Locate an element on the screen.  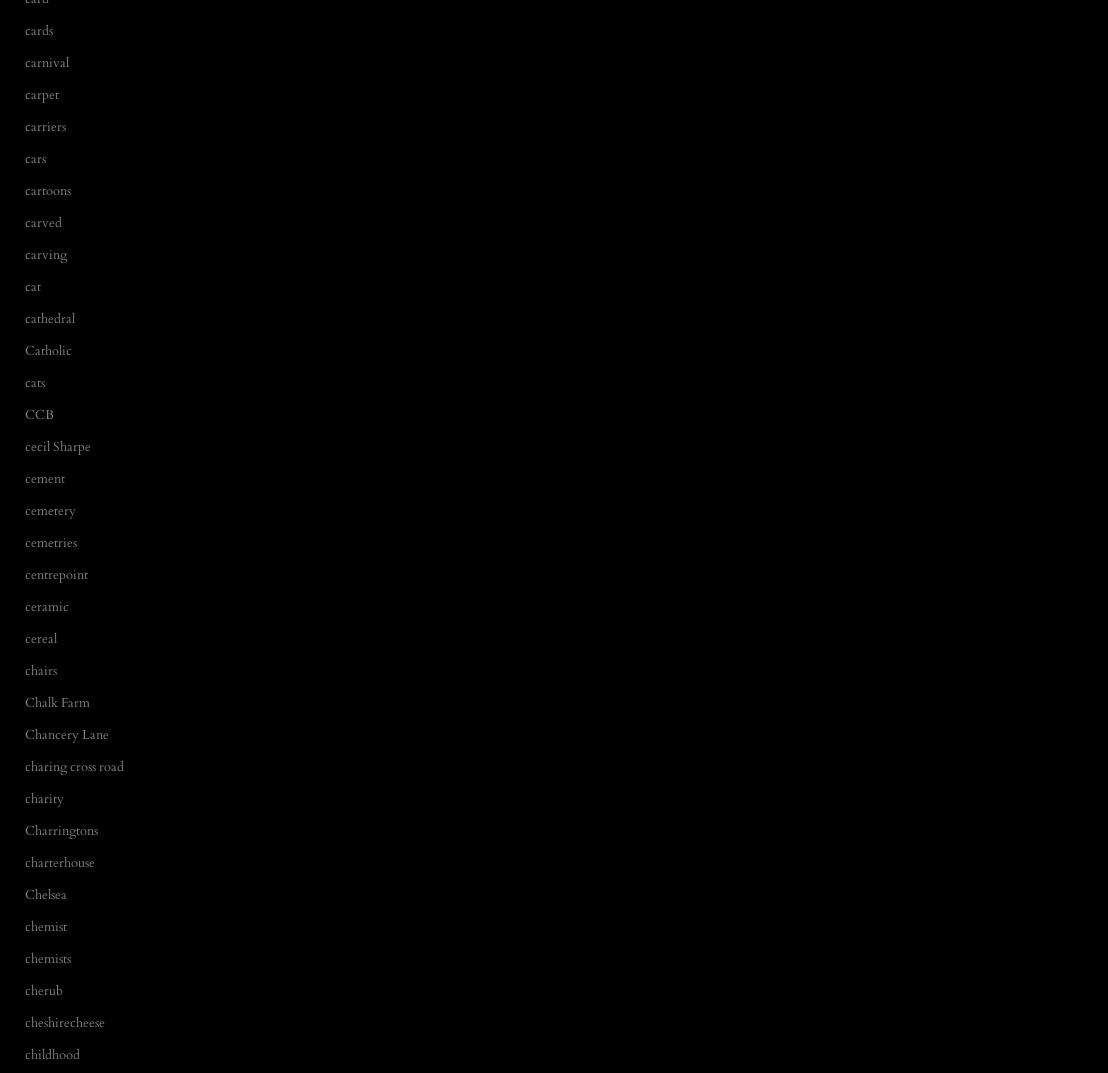
'Catholic' is located at coordinates (25, 350).